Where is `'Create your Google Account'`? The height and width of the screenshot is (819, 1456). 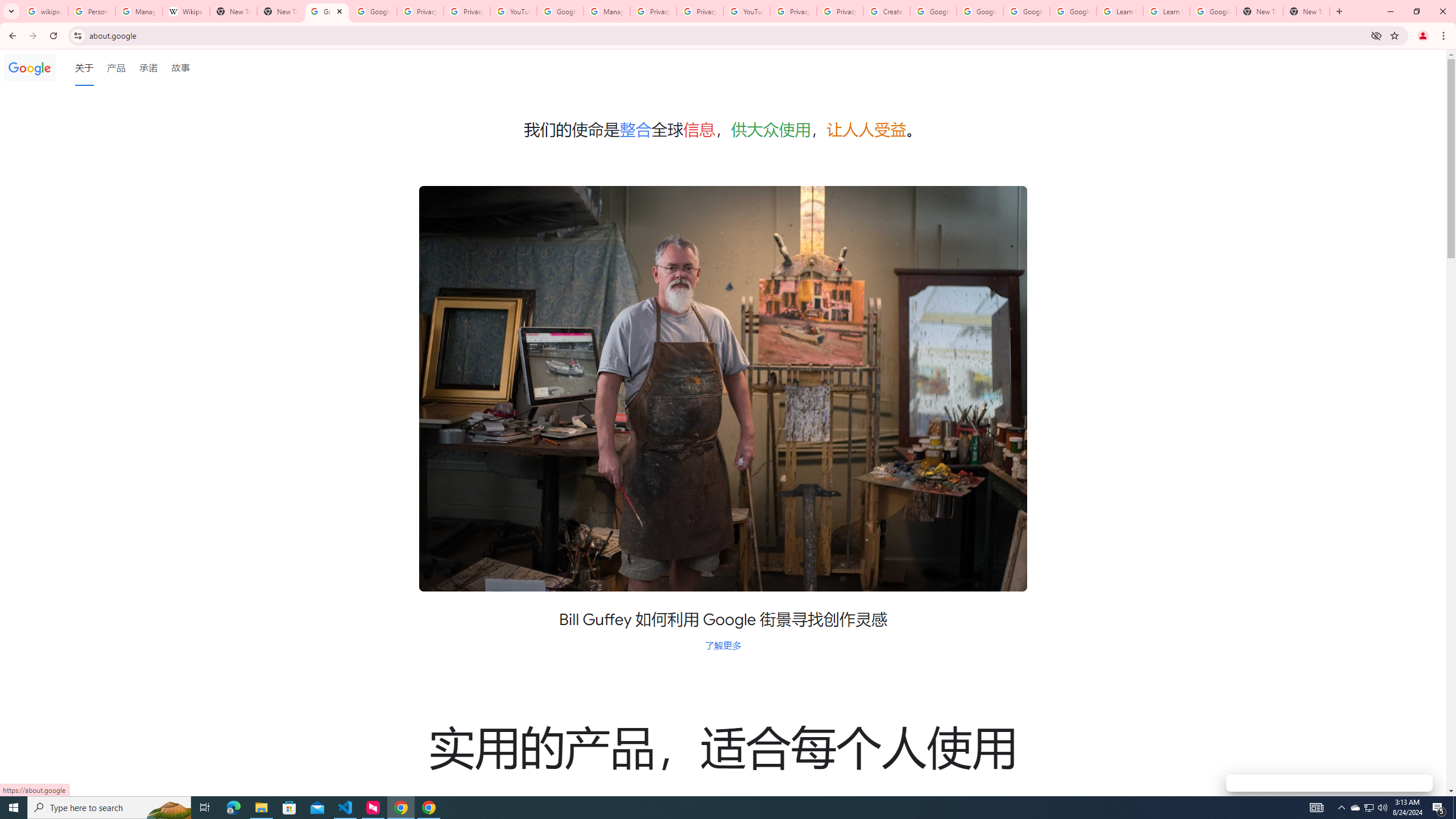
'Create your Google Account' is located at coordinates (886, 11).